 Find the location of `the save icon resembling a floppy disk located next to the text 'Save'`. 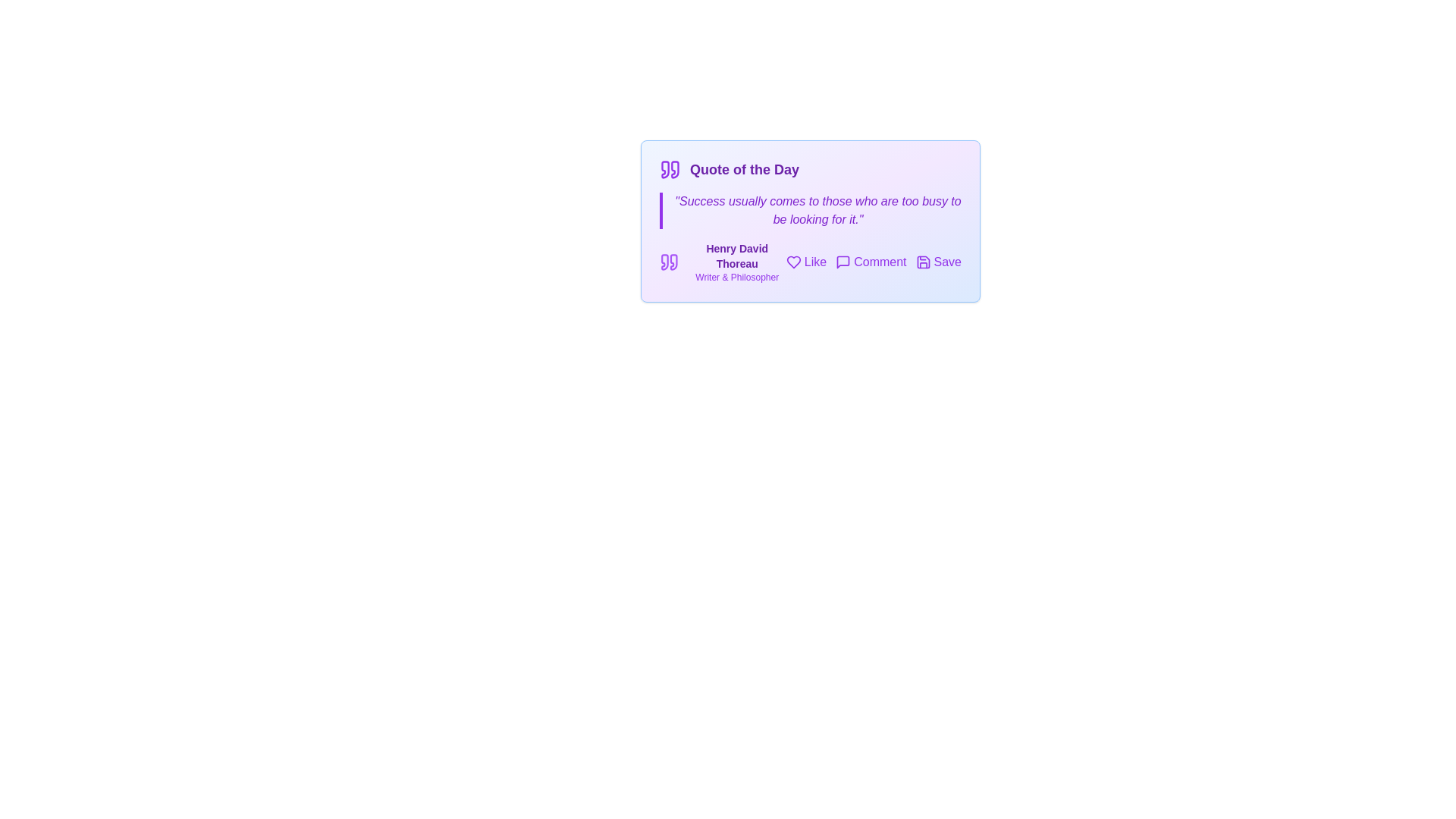

the save icon resembling a floppy disk located next to the text 'Save' is located at coordinates (922, 262).